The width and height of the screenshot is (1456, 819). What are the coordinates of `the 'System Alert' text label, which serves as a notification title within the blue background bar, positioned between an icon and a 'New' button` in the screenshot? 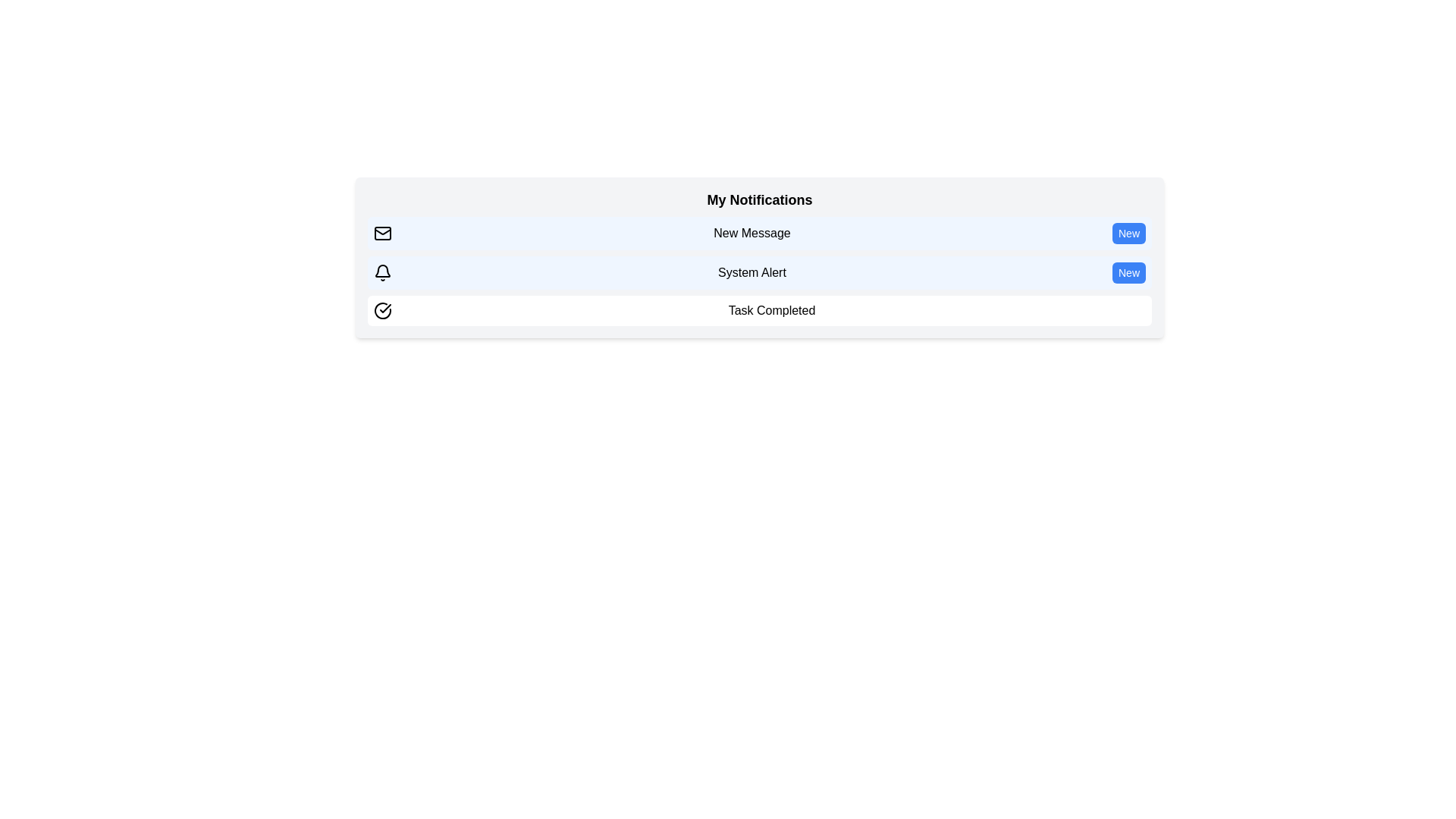 It's located at (752, 271).